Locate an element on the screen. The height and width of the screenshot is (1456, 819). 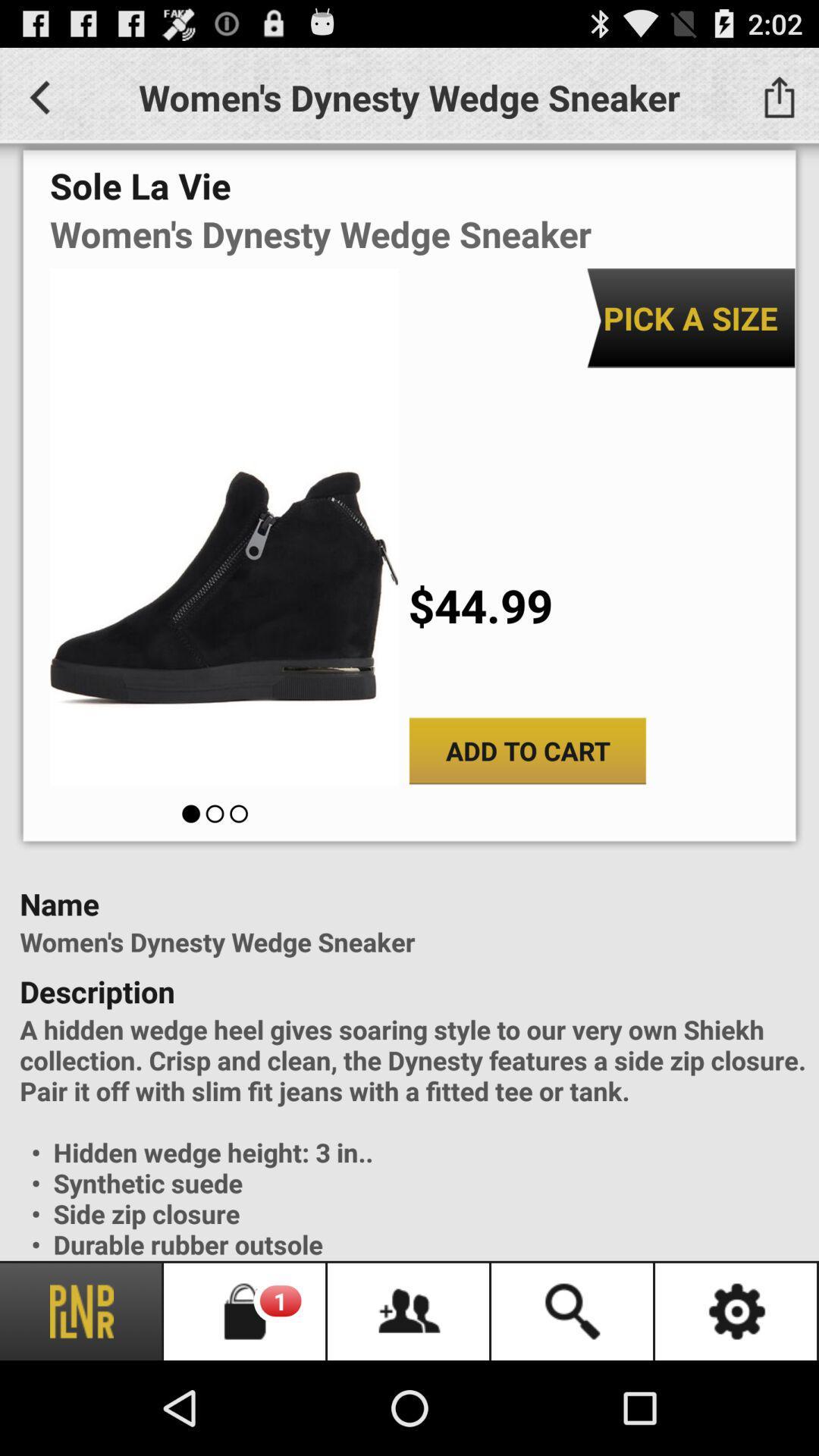
the app below $44.99 is located at coordinates (526, 751).